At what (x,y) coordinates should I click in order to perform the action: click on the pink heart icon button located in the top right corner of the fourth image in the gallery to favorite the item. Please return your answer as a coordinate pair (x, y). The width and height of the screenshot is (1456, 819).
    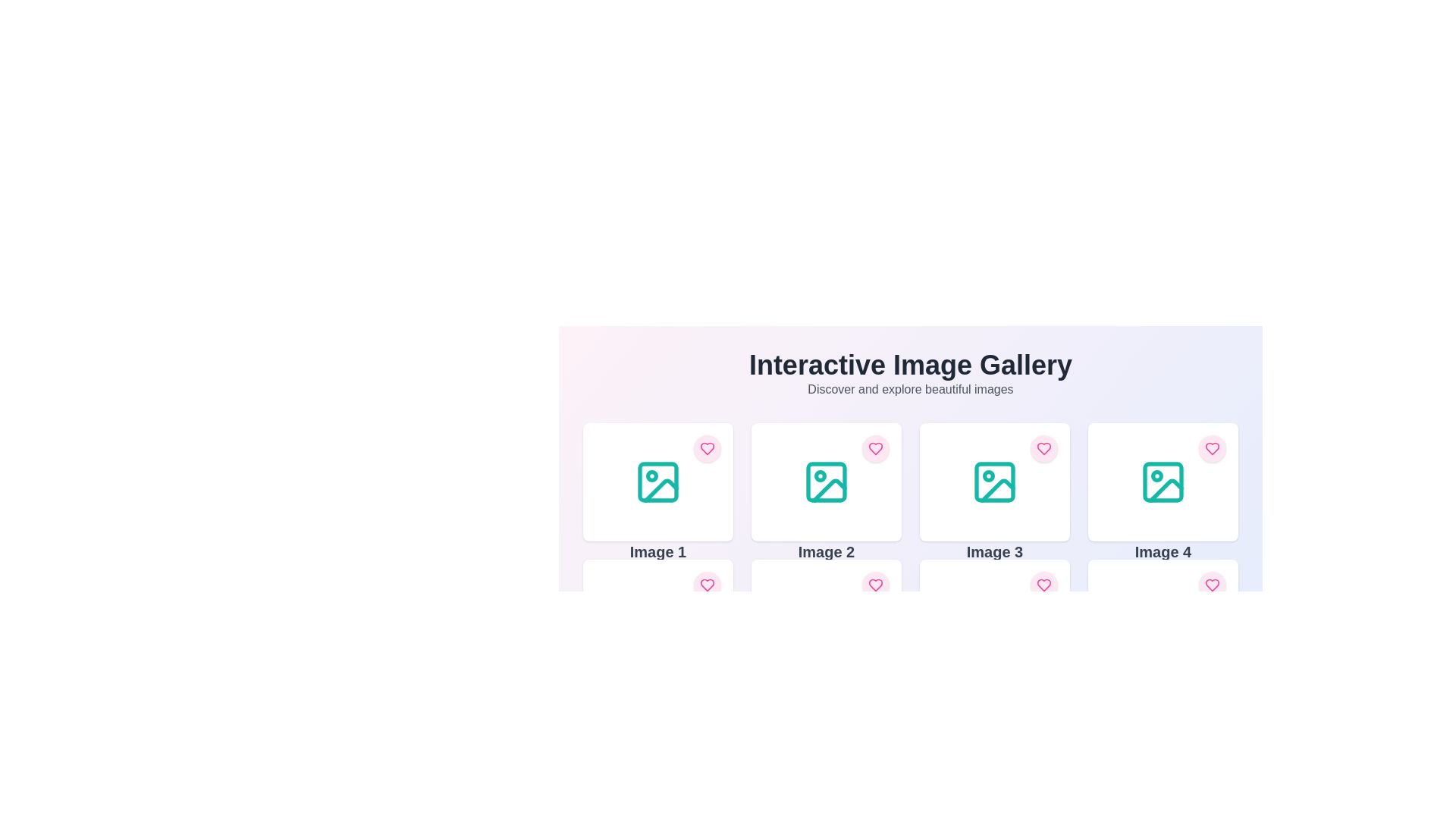
    Looking at the image, I should click on (1211, 447).